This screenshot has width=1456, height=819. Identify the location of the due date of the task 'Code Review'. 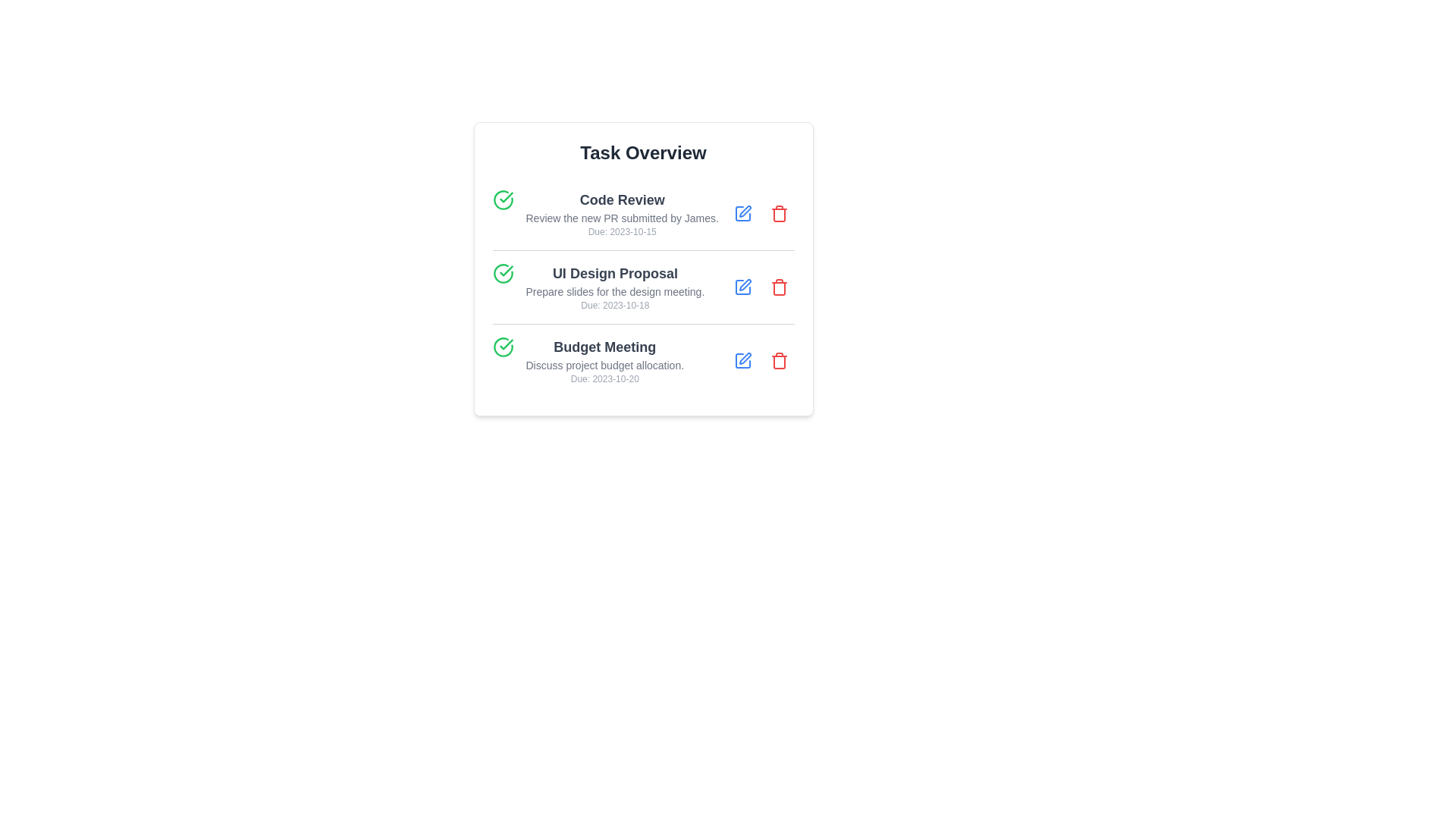
(622, 231).